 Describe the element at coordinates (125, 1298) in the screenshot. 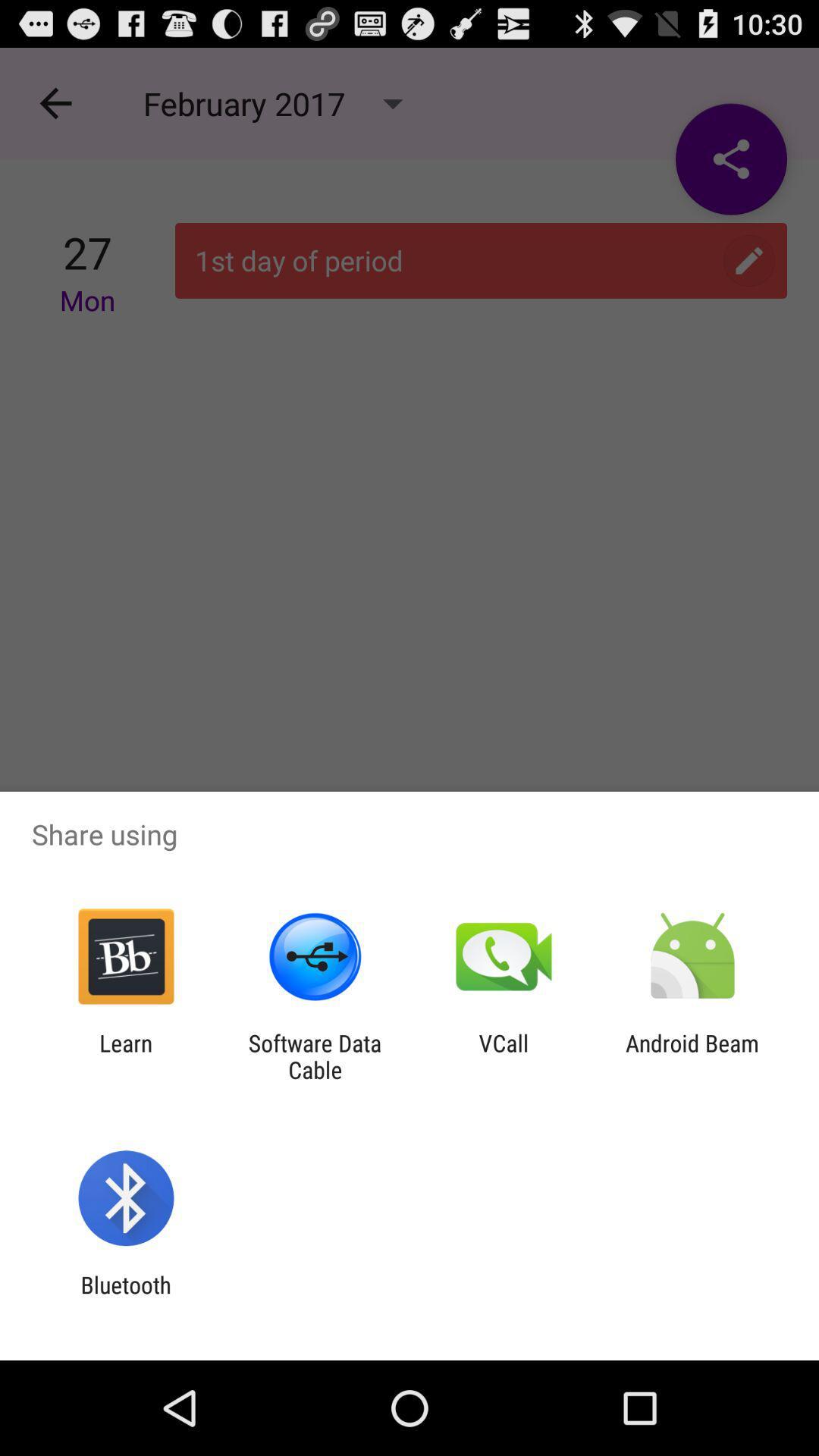

I see `bluetooth` at that location.